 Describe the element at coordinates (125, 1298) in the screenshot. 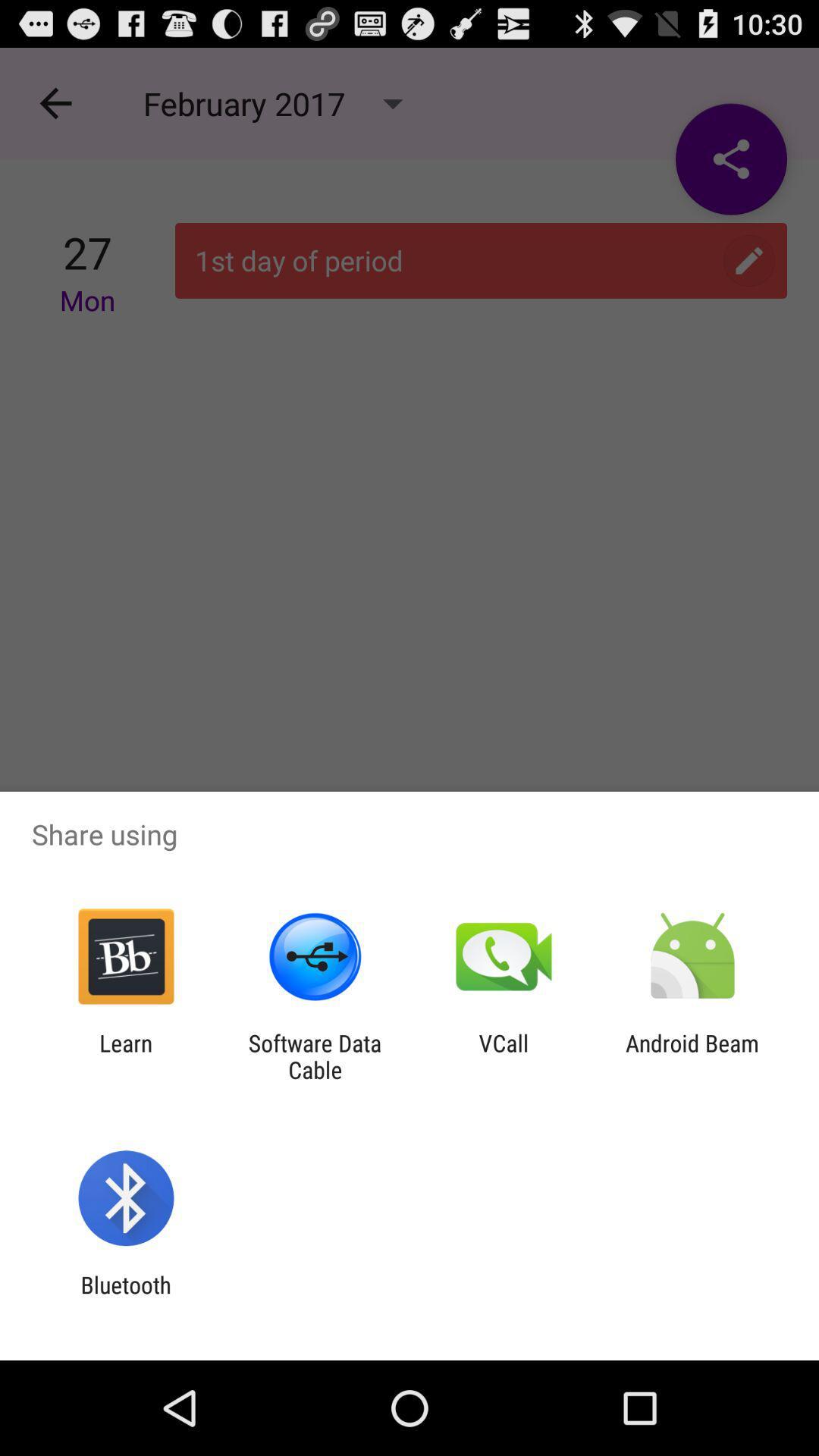

I see `bluetooth` at that location.